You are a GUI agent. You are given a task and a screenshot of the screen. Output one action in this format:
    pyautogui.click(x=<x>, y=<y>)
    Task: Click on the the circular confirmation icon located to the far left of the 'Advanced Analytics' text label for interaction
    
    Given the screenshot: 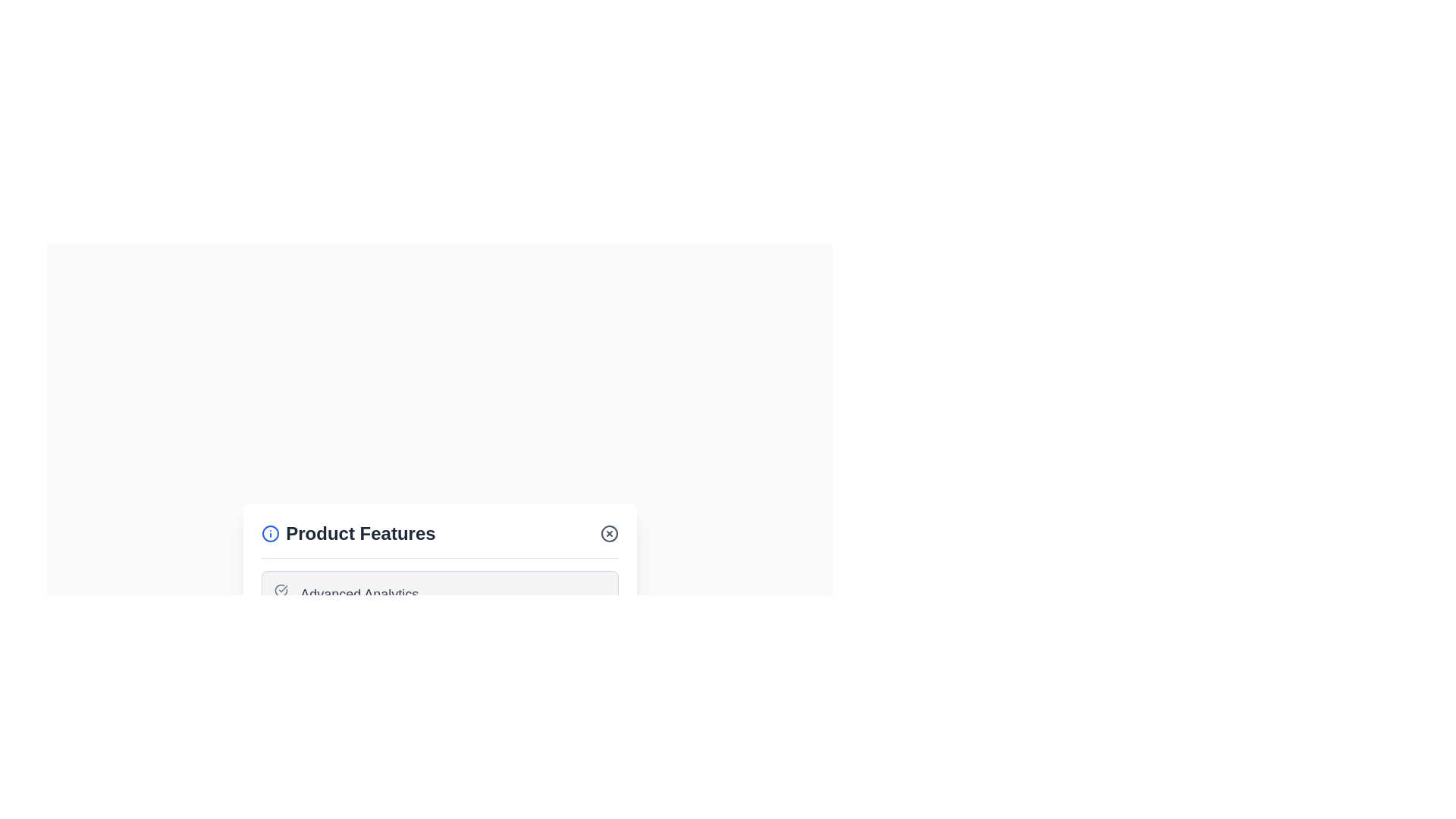 What is the action you would take?
    pyautogui.click(x=281, y=589)
    